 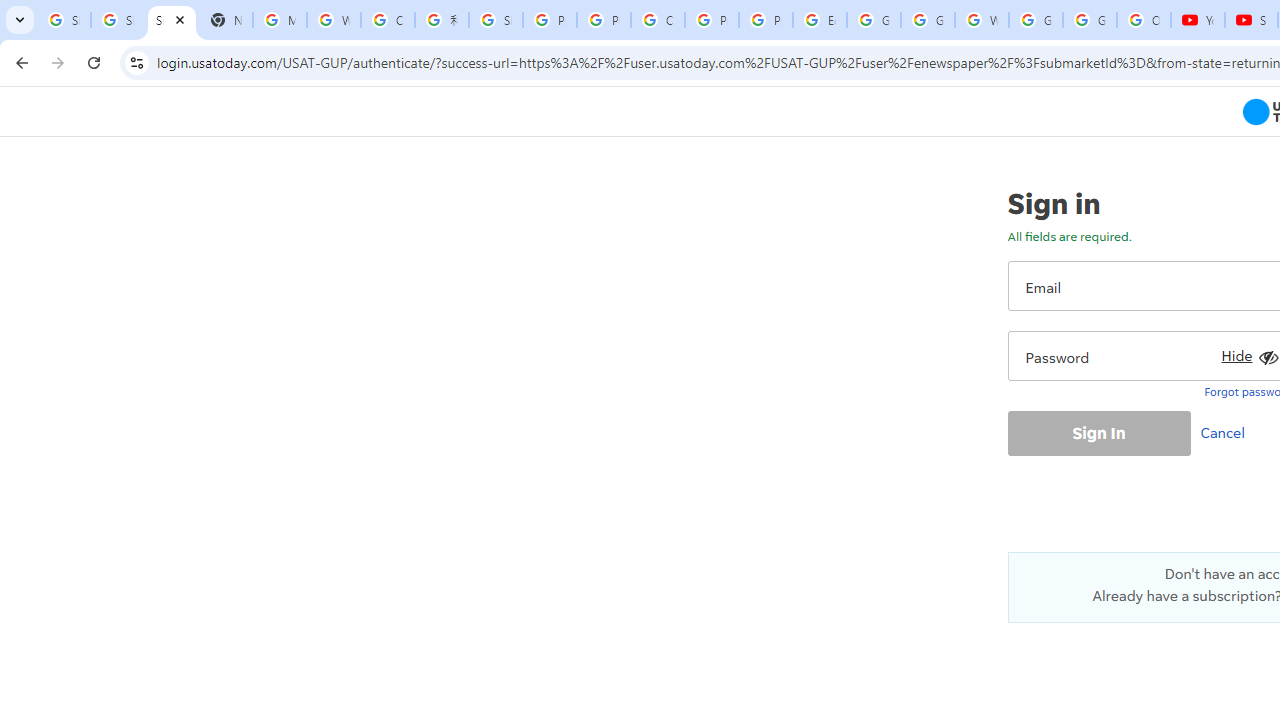 What do you see at coordinates (334, 20) in the screenshot?
I see `'Who is my administrator? - Google Account Help'` at bounding box center [334, 20].